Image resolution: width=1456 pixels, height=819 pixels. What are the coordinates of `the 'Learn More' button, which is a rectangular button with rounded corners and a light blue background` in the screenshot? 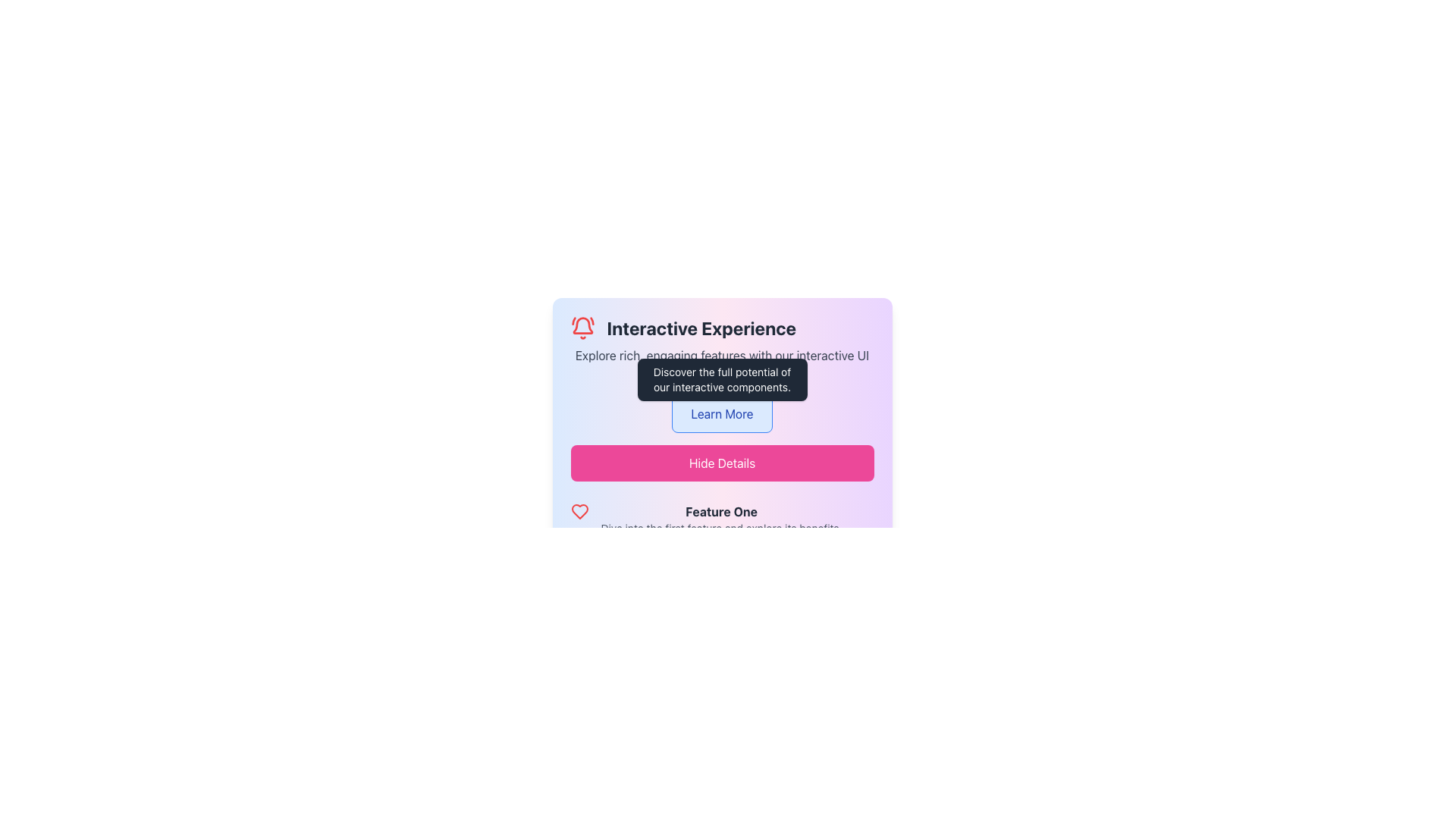 It's located at (721, 414).